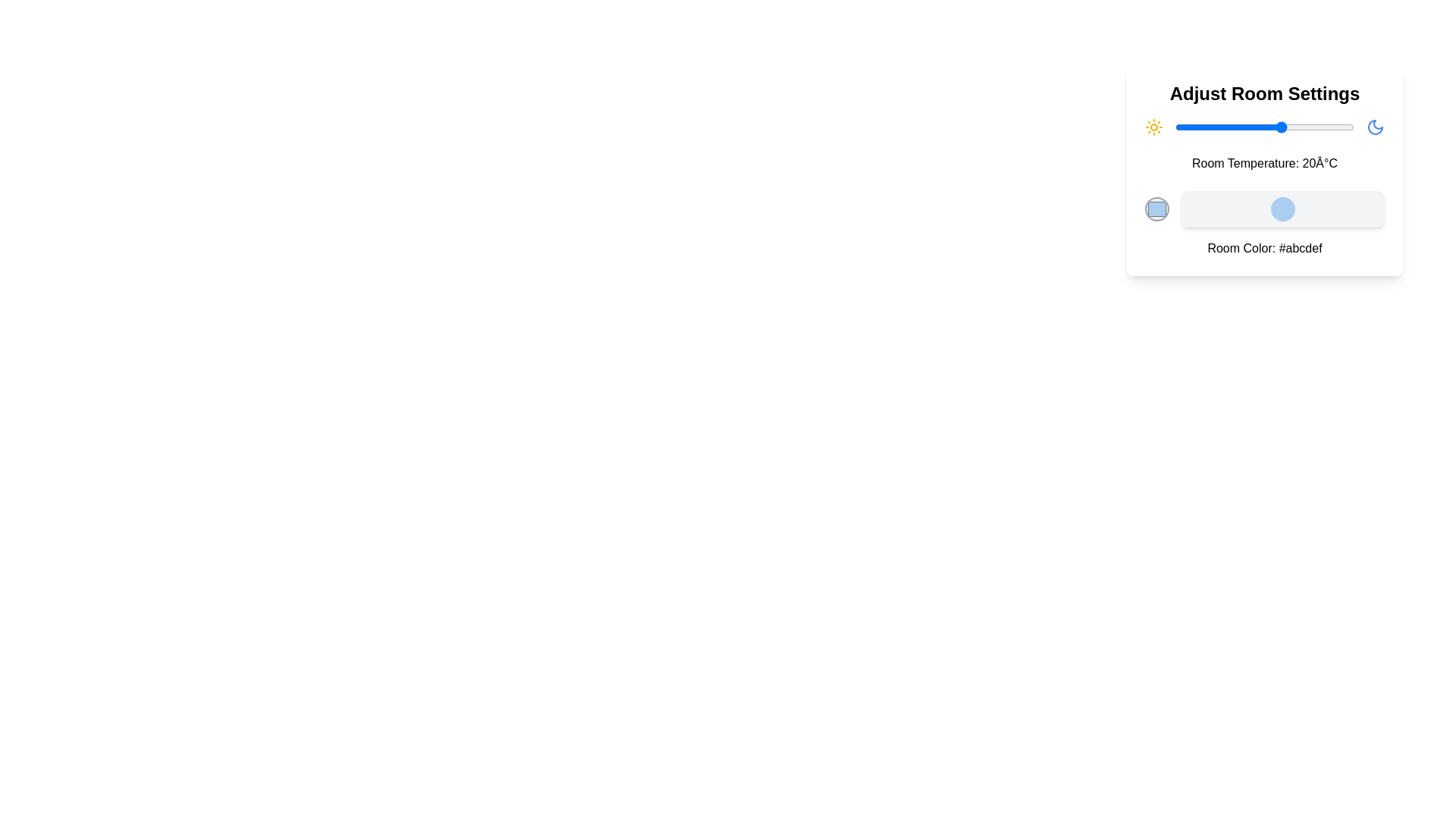  Describe the element at coordinates (1340, 127) in the screenshot. I see `the temperature slider to set the temperature to 36°C` at that location.